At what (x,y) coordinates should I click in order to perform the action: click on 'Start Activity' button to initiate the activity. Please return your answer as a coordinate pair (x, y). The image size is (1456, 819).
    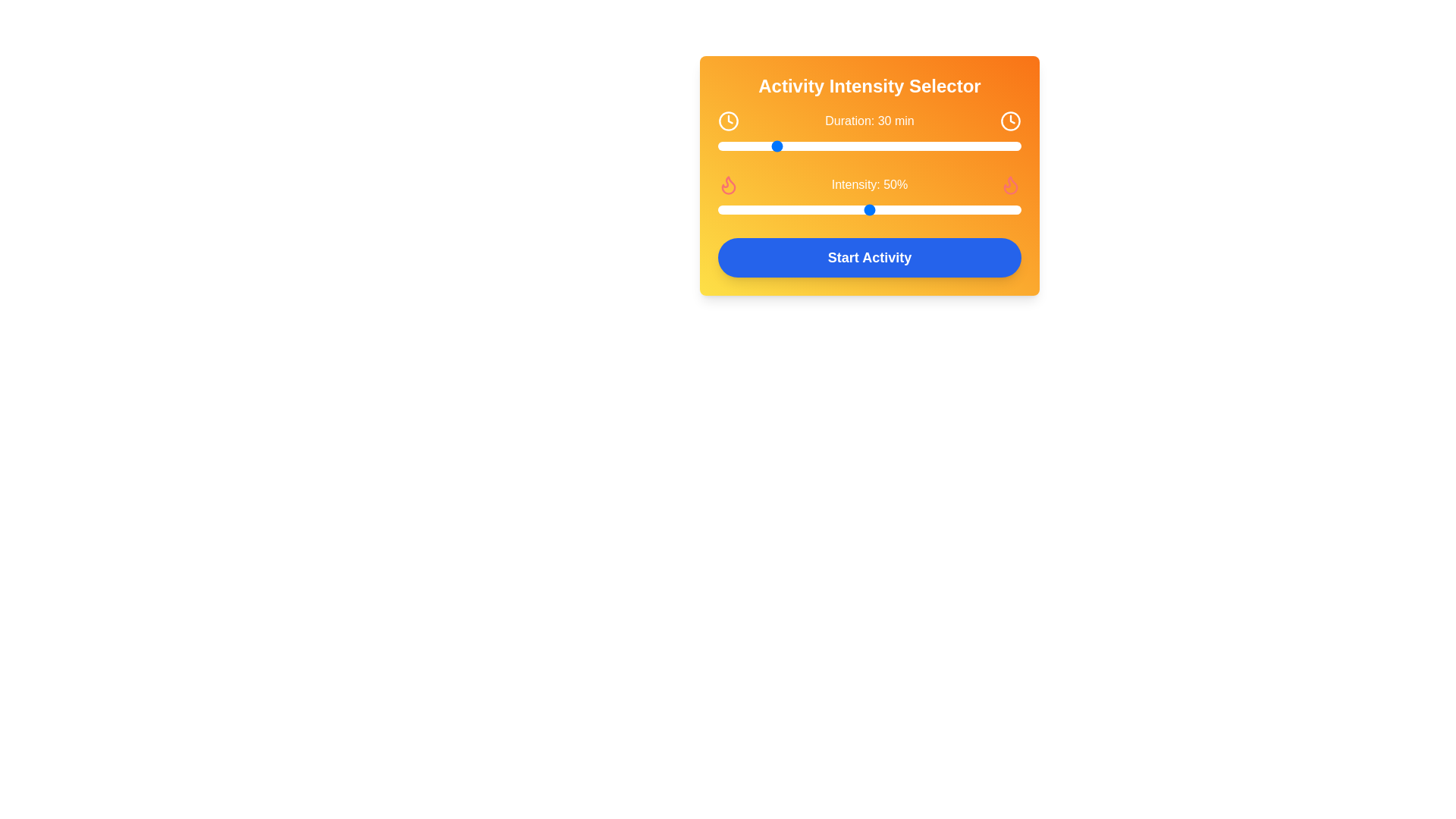
    Looking at the image, I should click on (870, 256).